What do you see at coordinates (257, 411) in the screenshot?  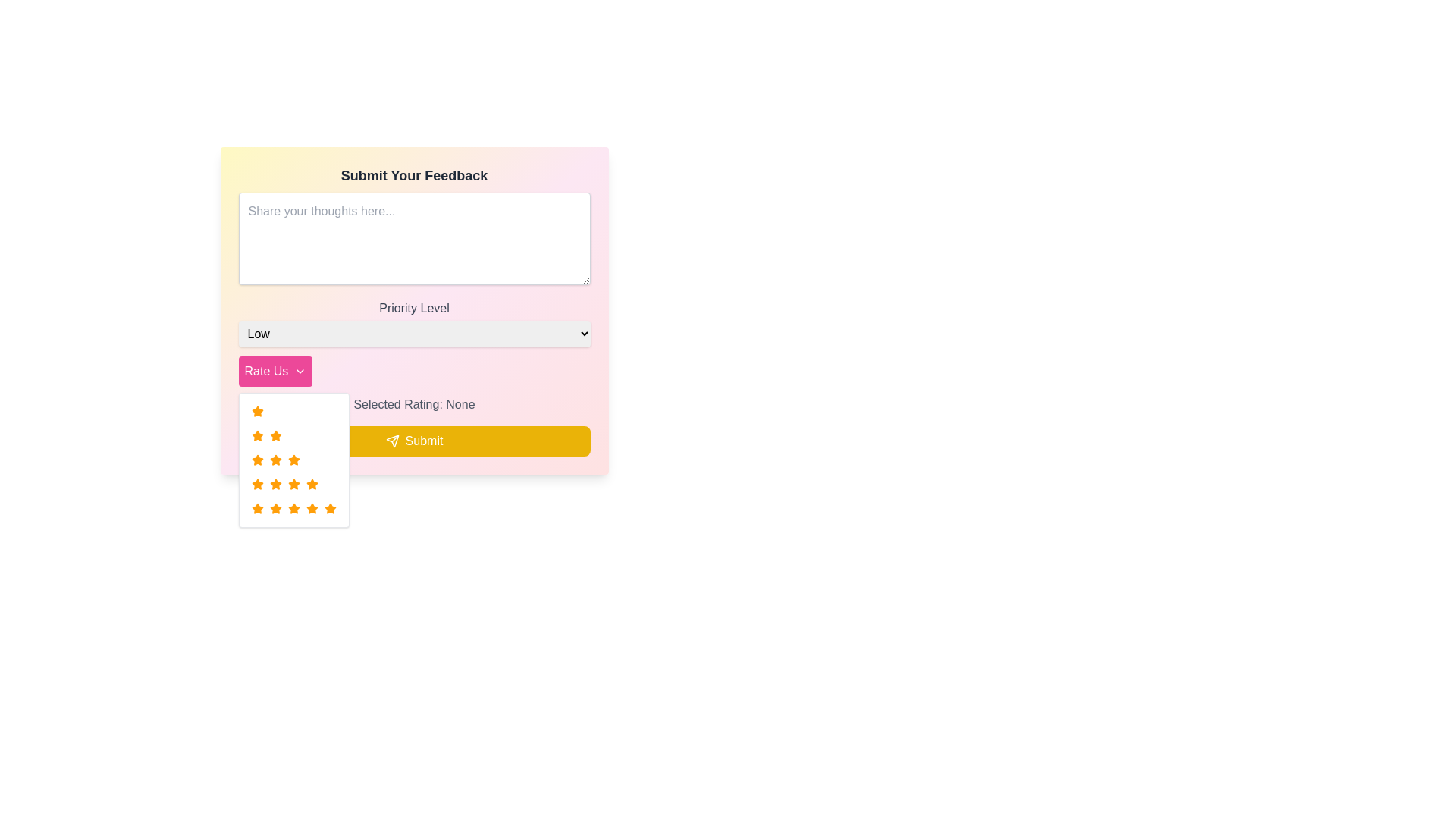 I see `the Rating star icon` at bounding box center [257, 411].